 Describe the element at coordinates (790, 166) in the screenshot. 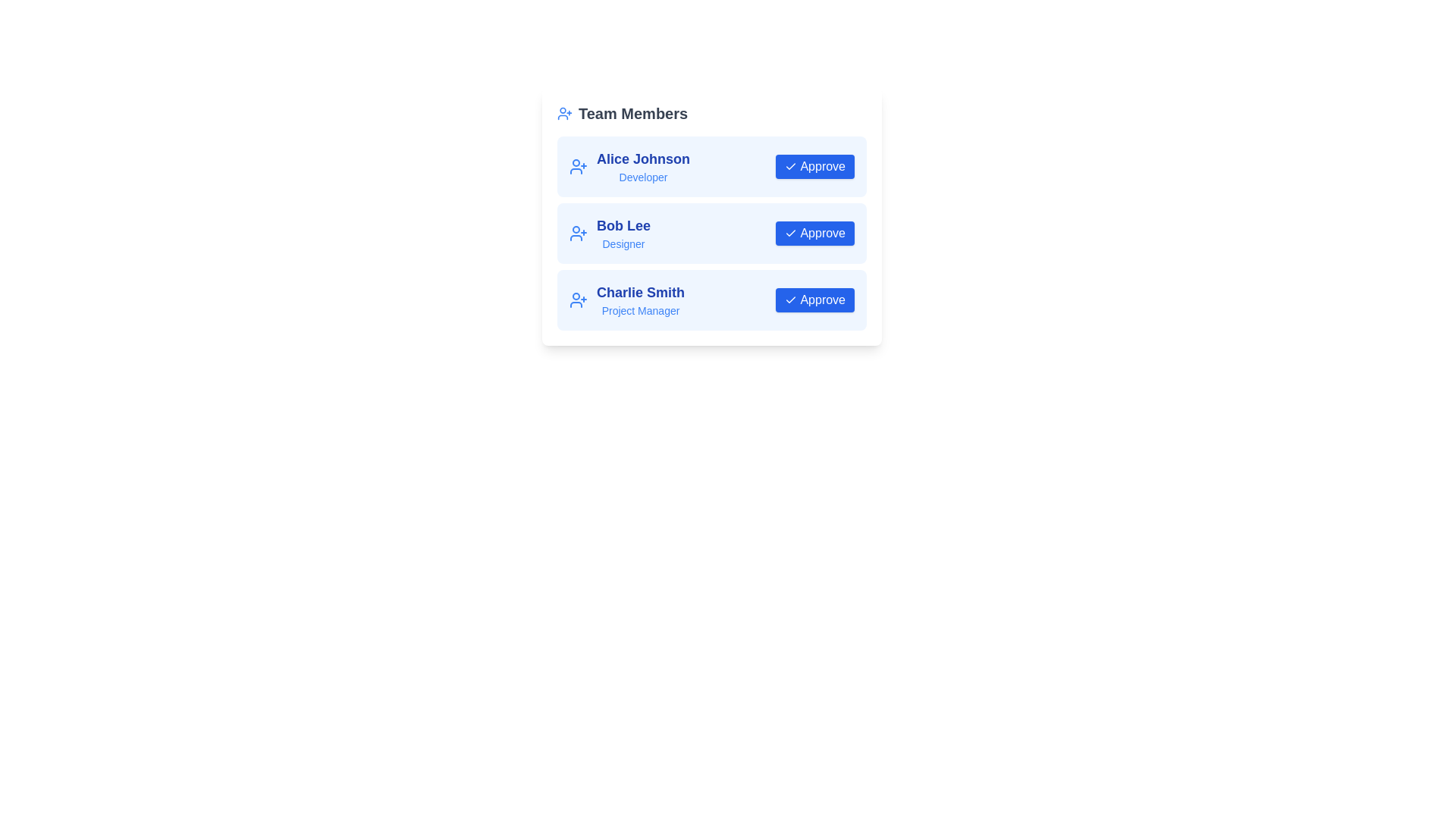

I see `the checkmark icon, which is a small white checkmark outlined against a blue background, located on the far-left side of the 'Approve' button, adjacent to the text 'Approve'` at that location.